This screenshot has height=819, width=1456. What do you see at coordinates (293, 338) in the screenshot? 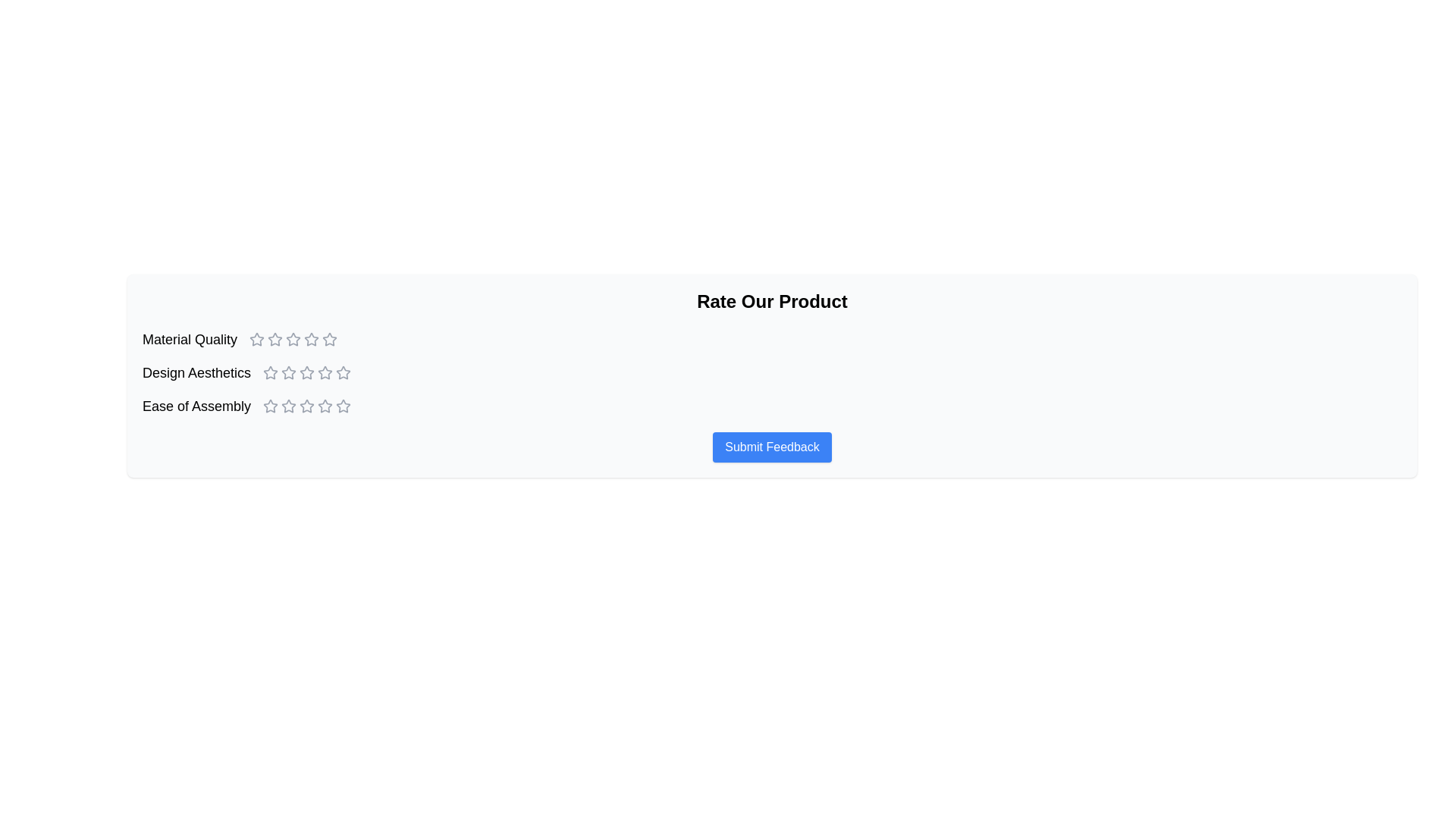
I see `the central star in the rating component, which is adjacent to the text 'Material Quality'` at bounding box center [293, 338].